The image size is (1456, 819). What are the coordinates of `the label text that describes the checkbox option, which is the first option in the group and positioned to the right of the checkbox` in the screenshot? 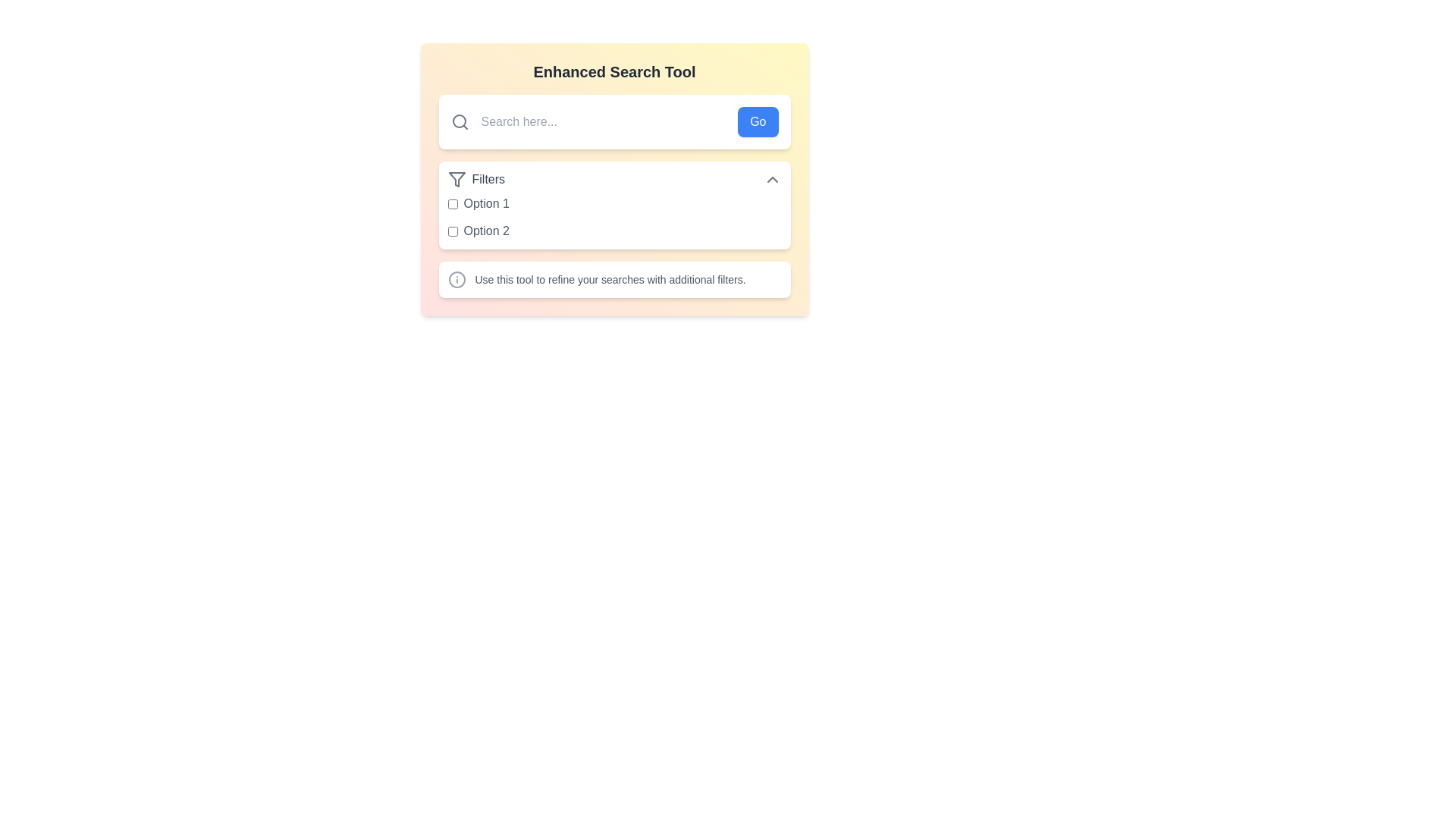 It's located at (486, 203).